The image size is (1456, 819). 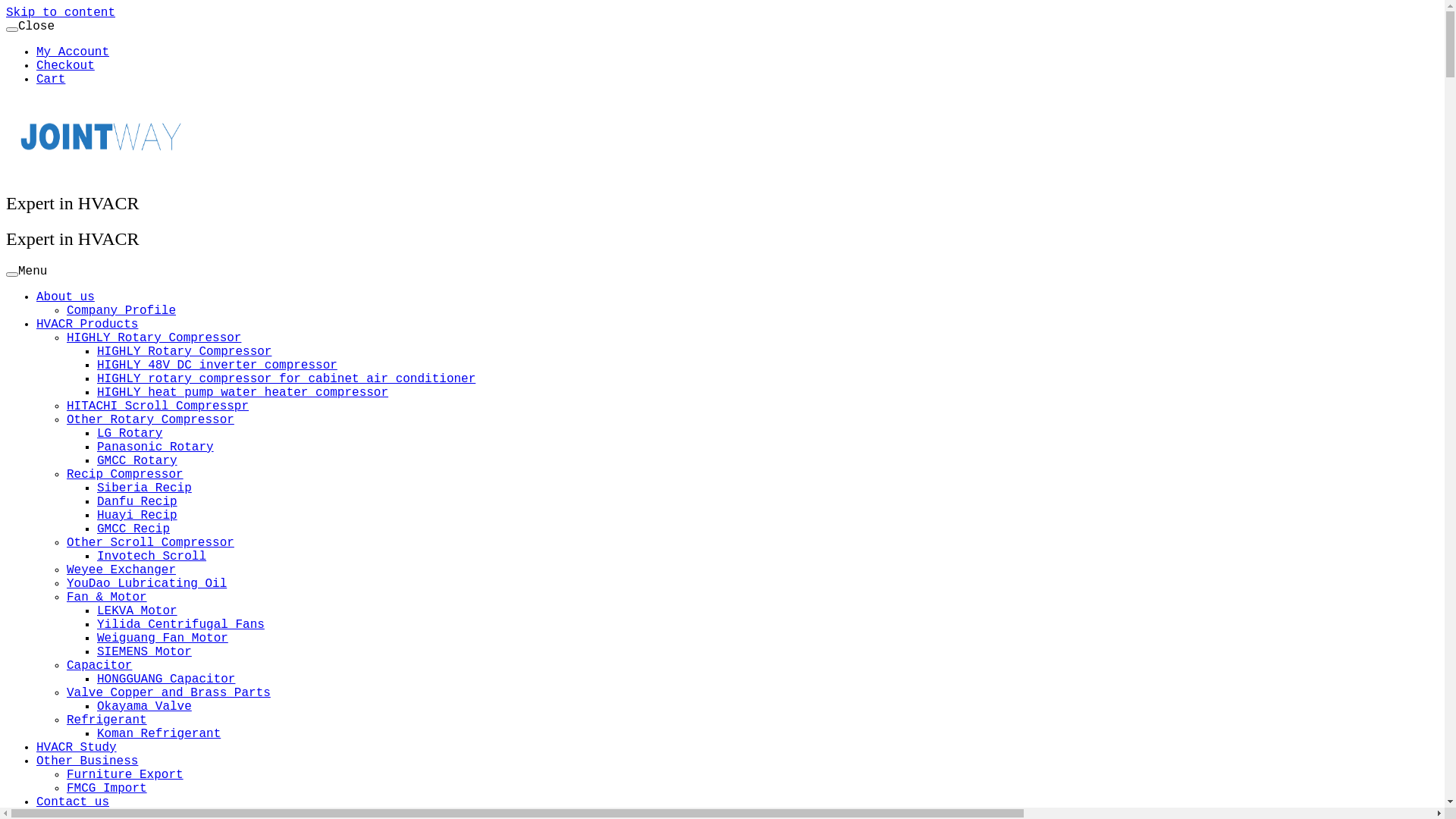 What do you see at coordinates (105, 596) in the screenshot?
I see `'Fan & Motor'` at bounding box center [105, 596].